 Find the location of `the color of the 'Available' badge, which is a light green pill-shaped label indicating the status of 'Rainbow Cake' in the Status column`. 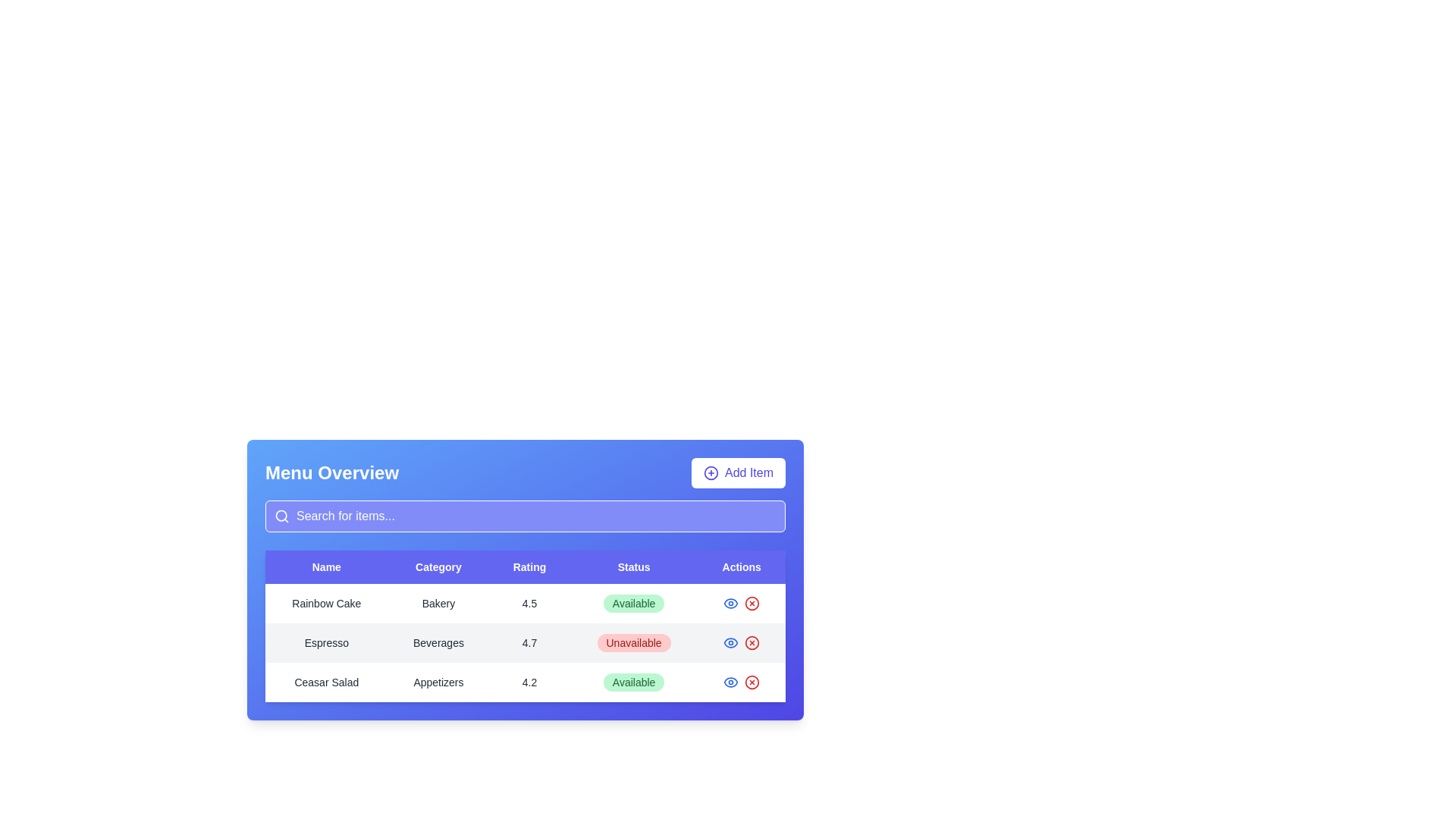

the color of the 'Available' badge, which is a light green pill-shaped label indicating the status of 'Rainbow Cake' in the Status column is located at coordinates (634, 602).